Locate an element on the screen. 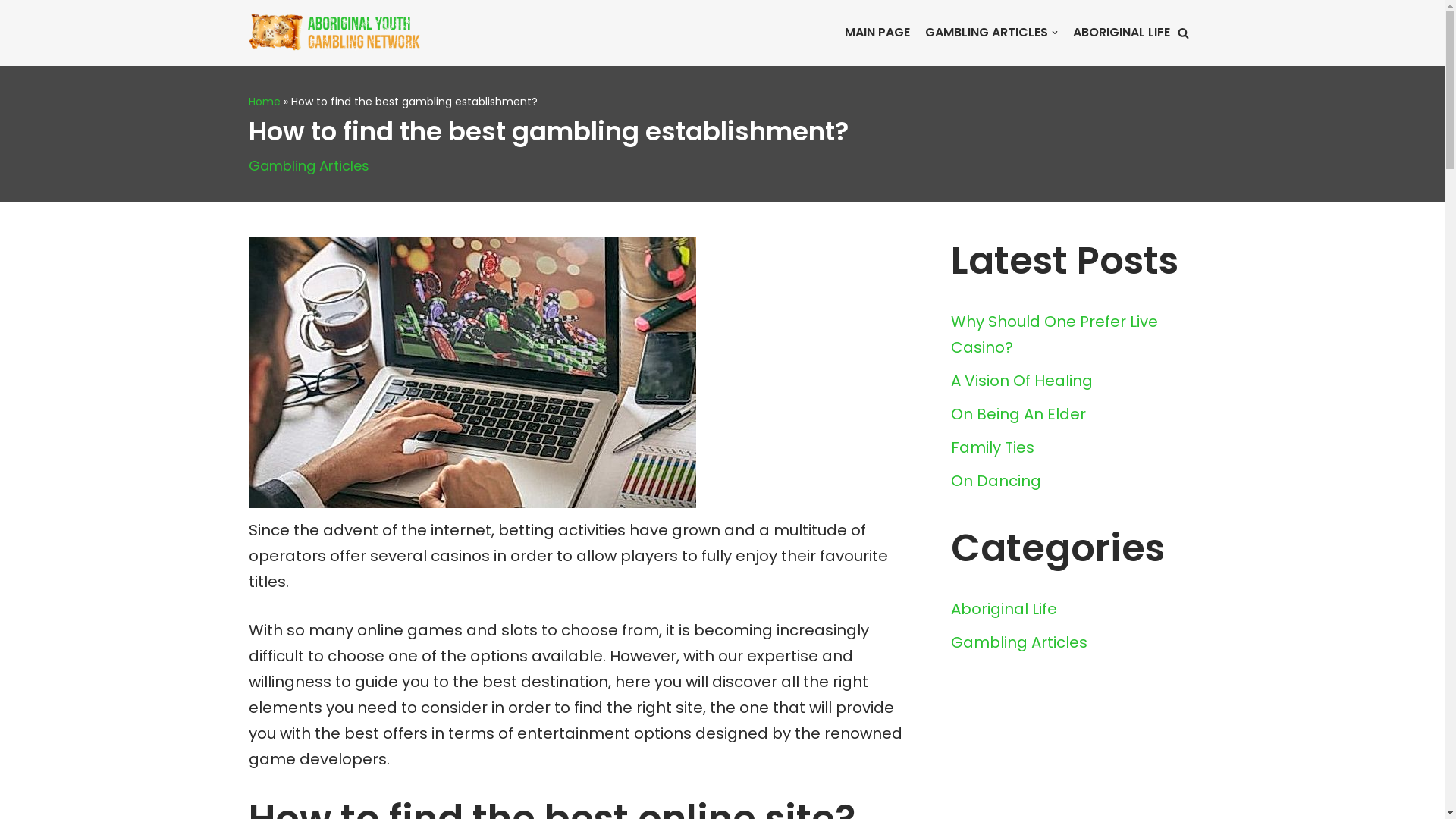 This screenshot has width=1456, height=819. 'Gambling Articles' is located at coordinates (1019, 642).